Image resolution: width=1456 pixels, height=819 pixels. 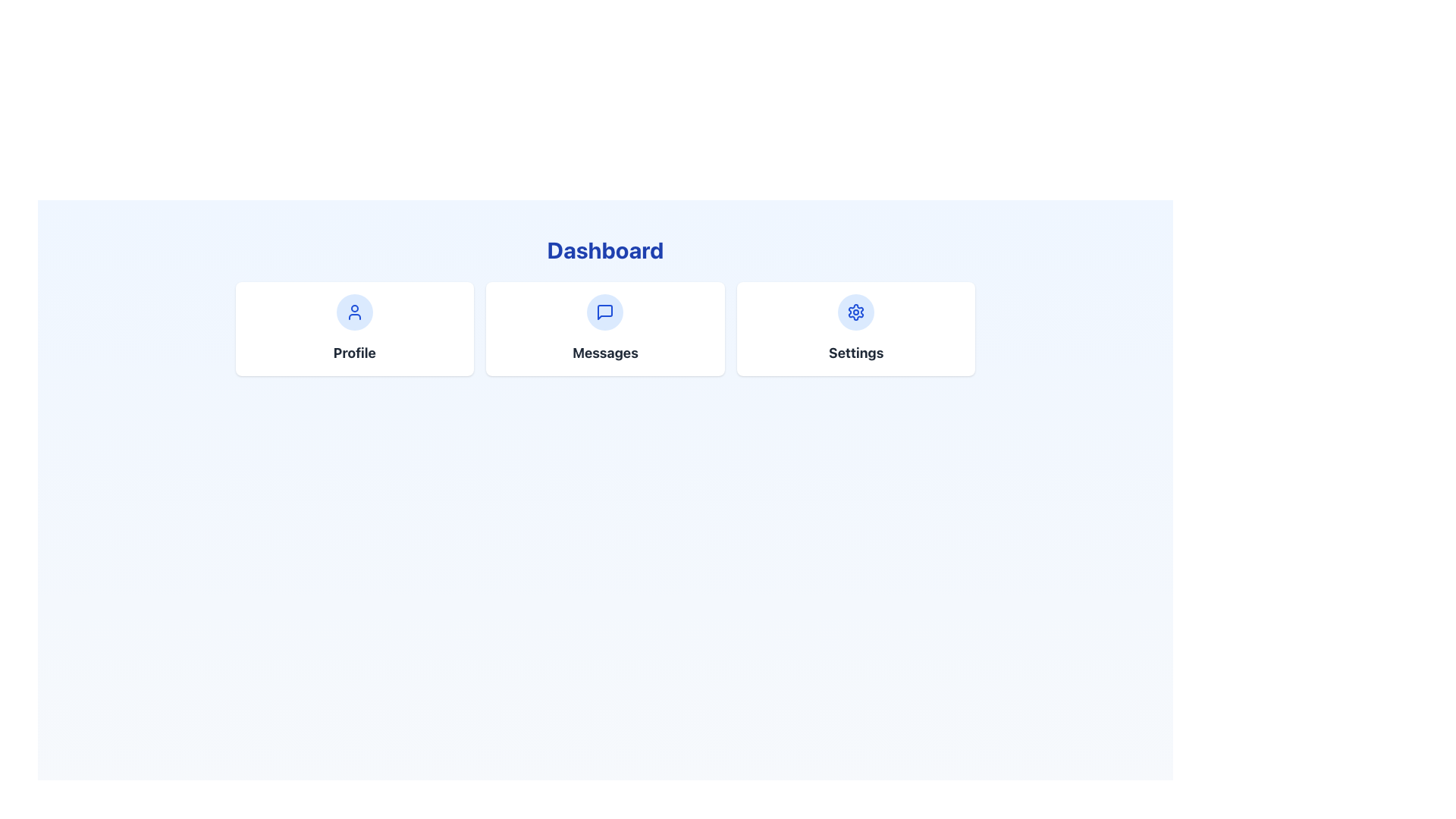 What do you see at coordinates (604, 249) in the screenshot?
I see `the 'Dashboard' text header, which is a bold, large blue text positioned at the top of the interface, above the tiles labeled 'Profile', 'Messages', and 'Settings'` at bounding box center [604, 249].